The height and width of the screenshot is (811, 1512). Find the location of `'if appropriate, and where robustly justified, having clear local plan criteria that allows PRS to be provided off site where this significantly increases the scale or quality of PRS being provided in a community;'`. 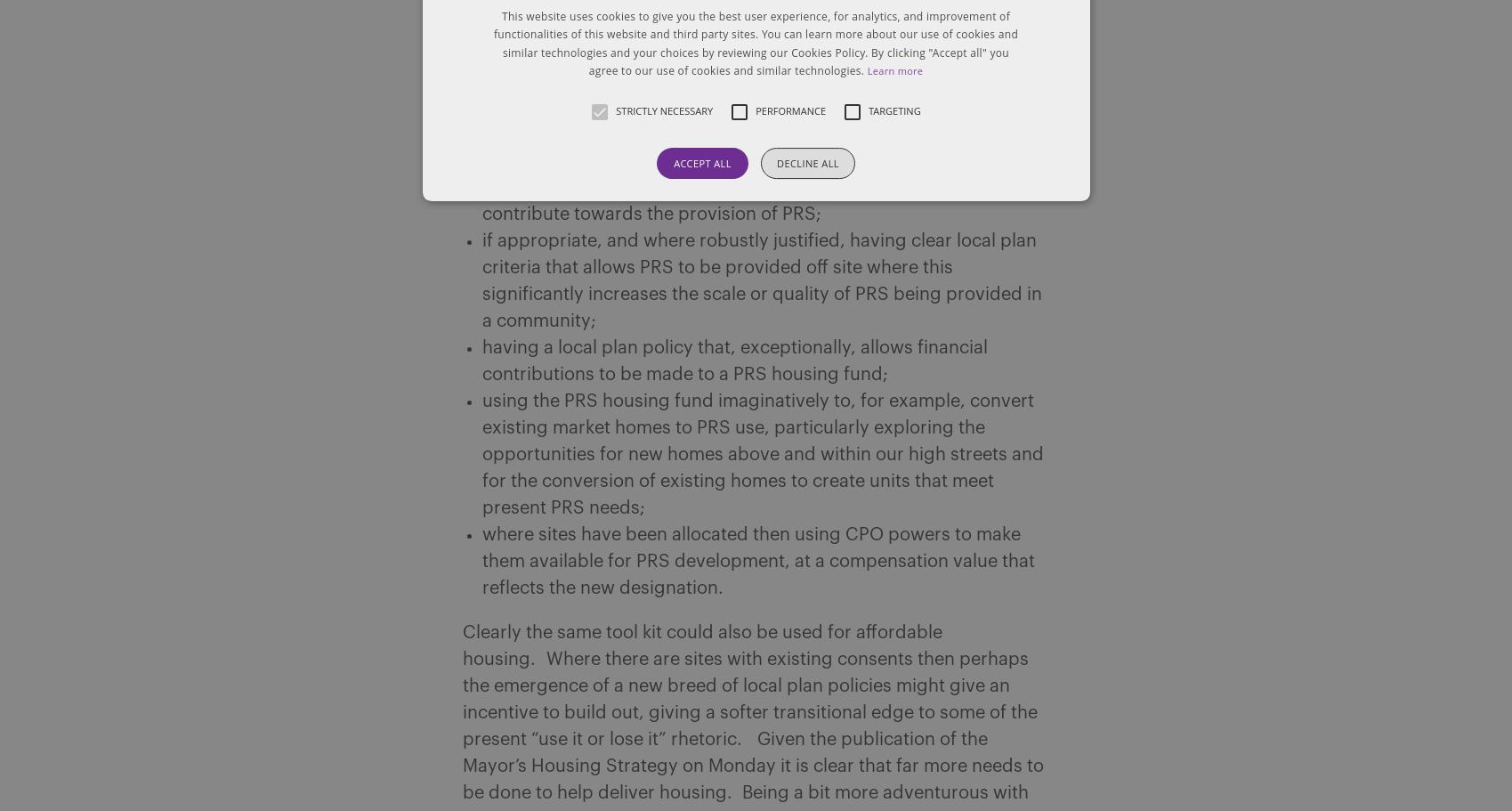

'if appropriate, and where robustly justified, having clear local plan criteria that allows PRS to be provided off site where this significantly increases the scale or quality of PRS being provided in a community;' is located at coordinates (760, 280).